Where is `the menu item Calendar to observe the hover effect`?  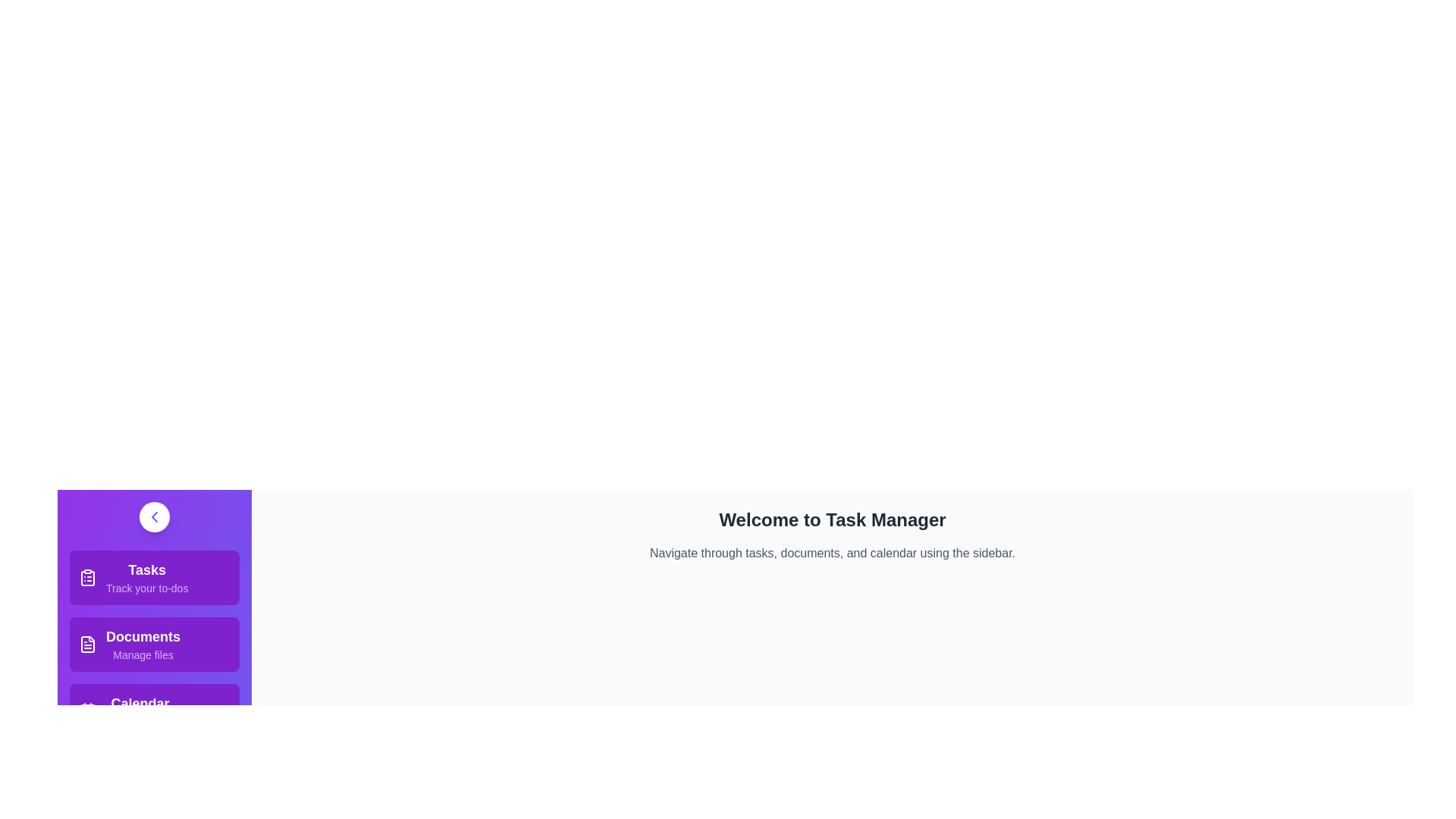
the menu item Calendar to observe the hover effect is located at coordinates (154, 711).